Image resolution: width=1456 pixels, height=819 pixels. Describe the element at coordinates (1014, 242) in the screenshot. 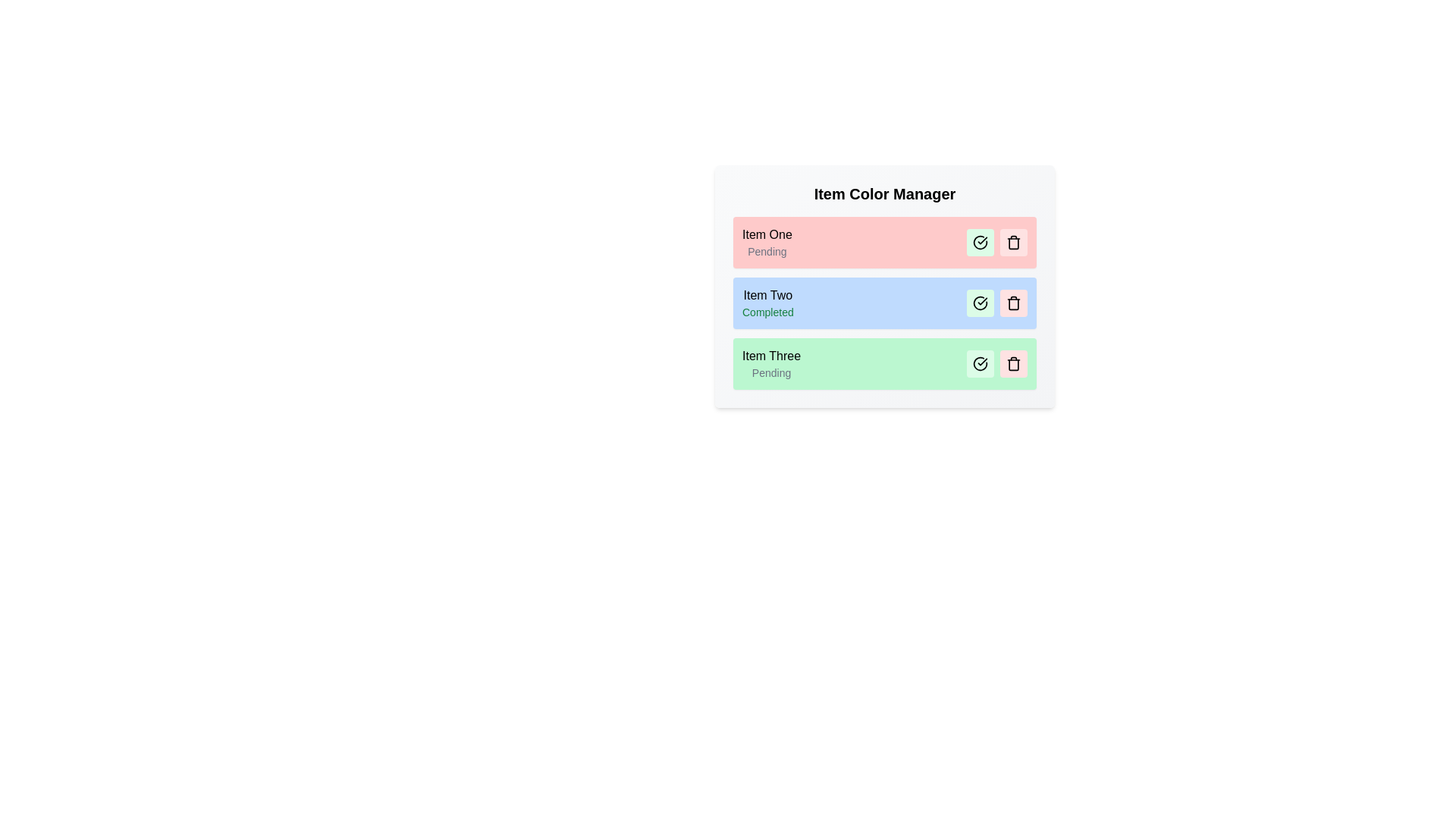

I see `the delete button for the item Item One` at that location.